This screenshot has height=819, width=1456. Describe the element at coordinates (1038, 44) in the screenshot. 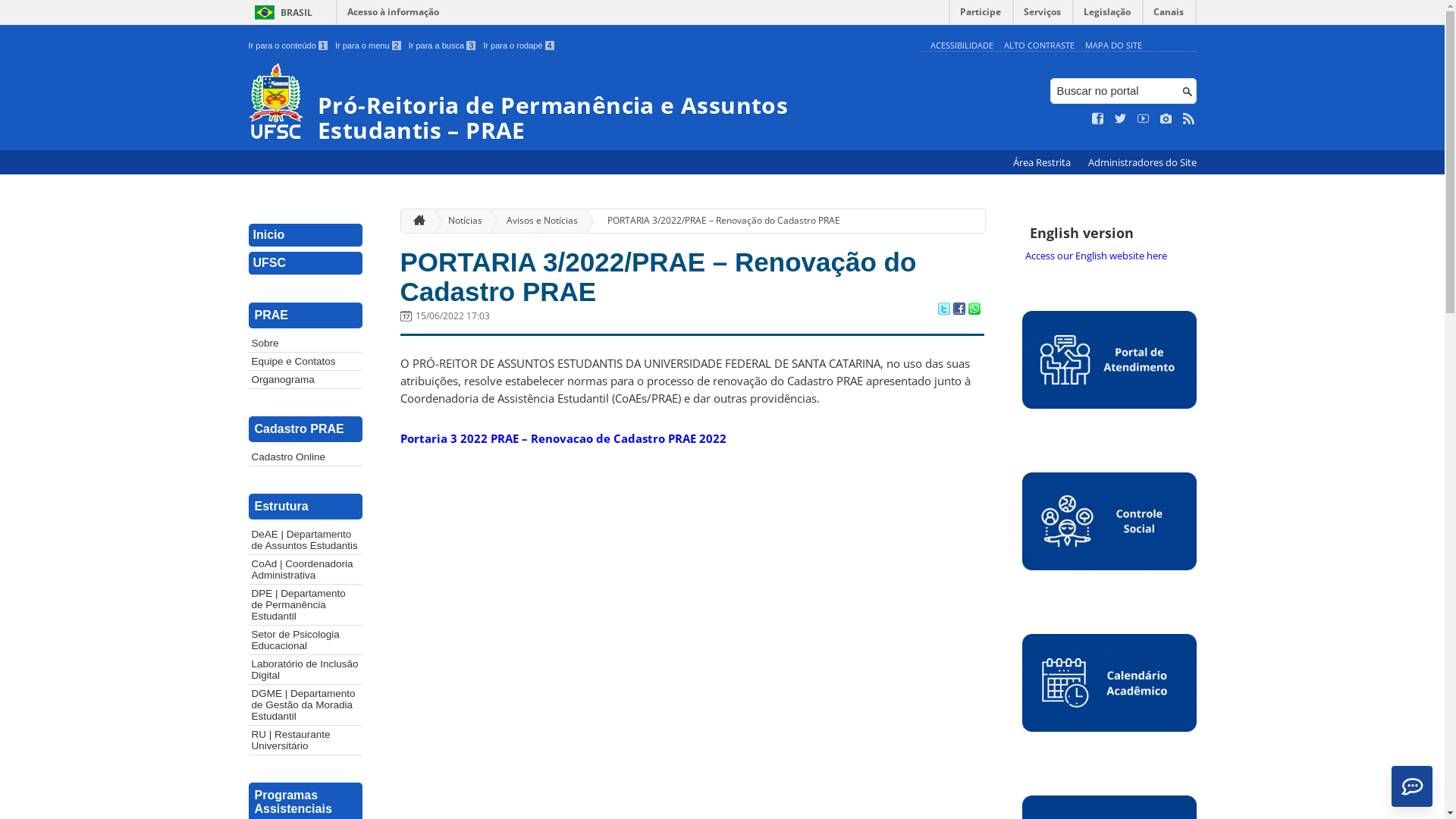

I see `'ALTO CONTRASTE'` at that location.